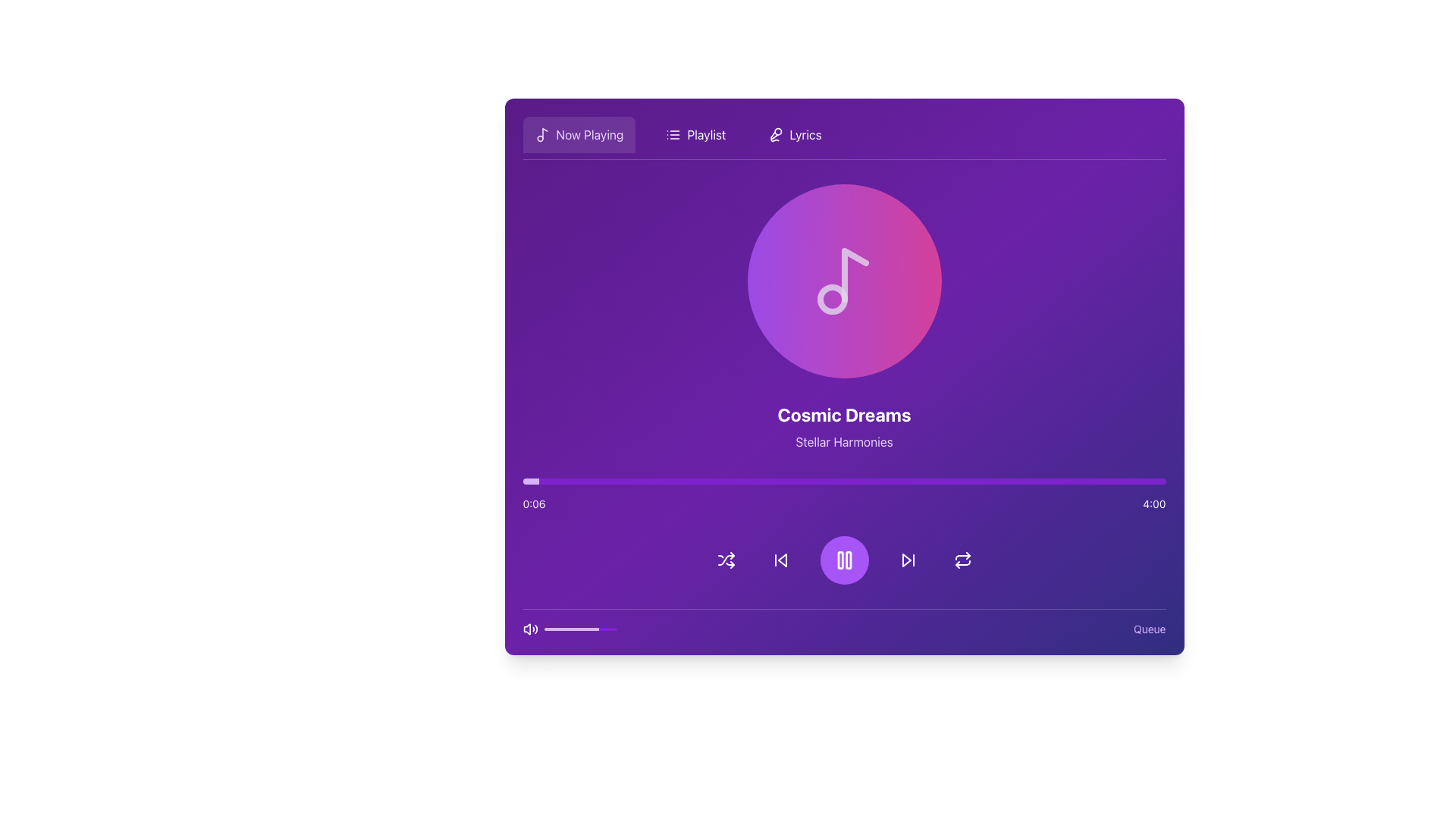 This screenshot has width=1456, height=819. What do you see at coordinates (739, 482) in the screenshot?
I see `the playback position` at bounding box center [739, 482].